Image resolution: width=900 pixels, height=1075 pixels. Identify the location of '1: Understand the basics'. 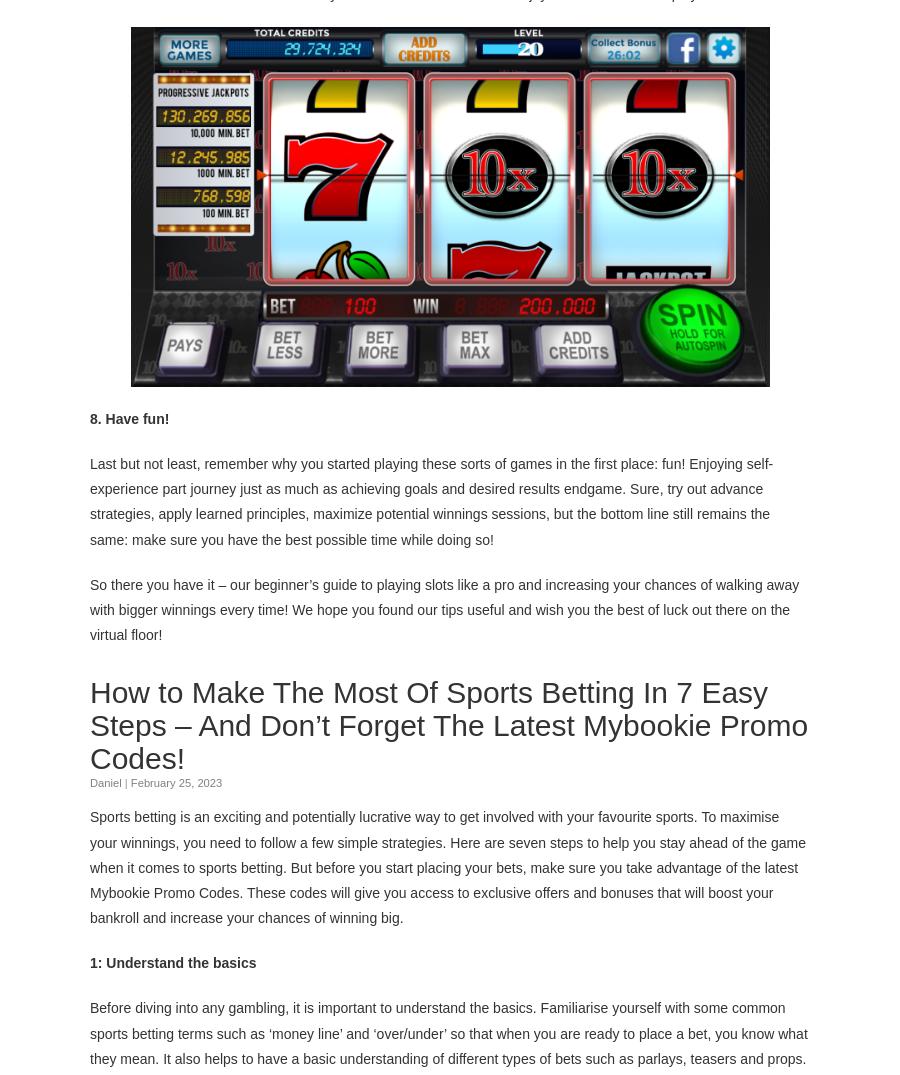
(172, 962).